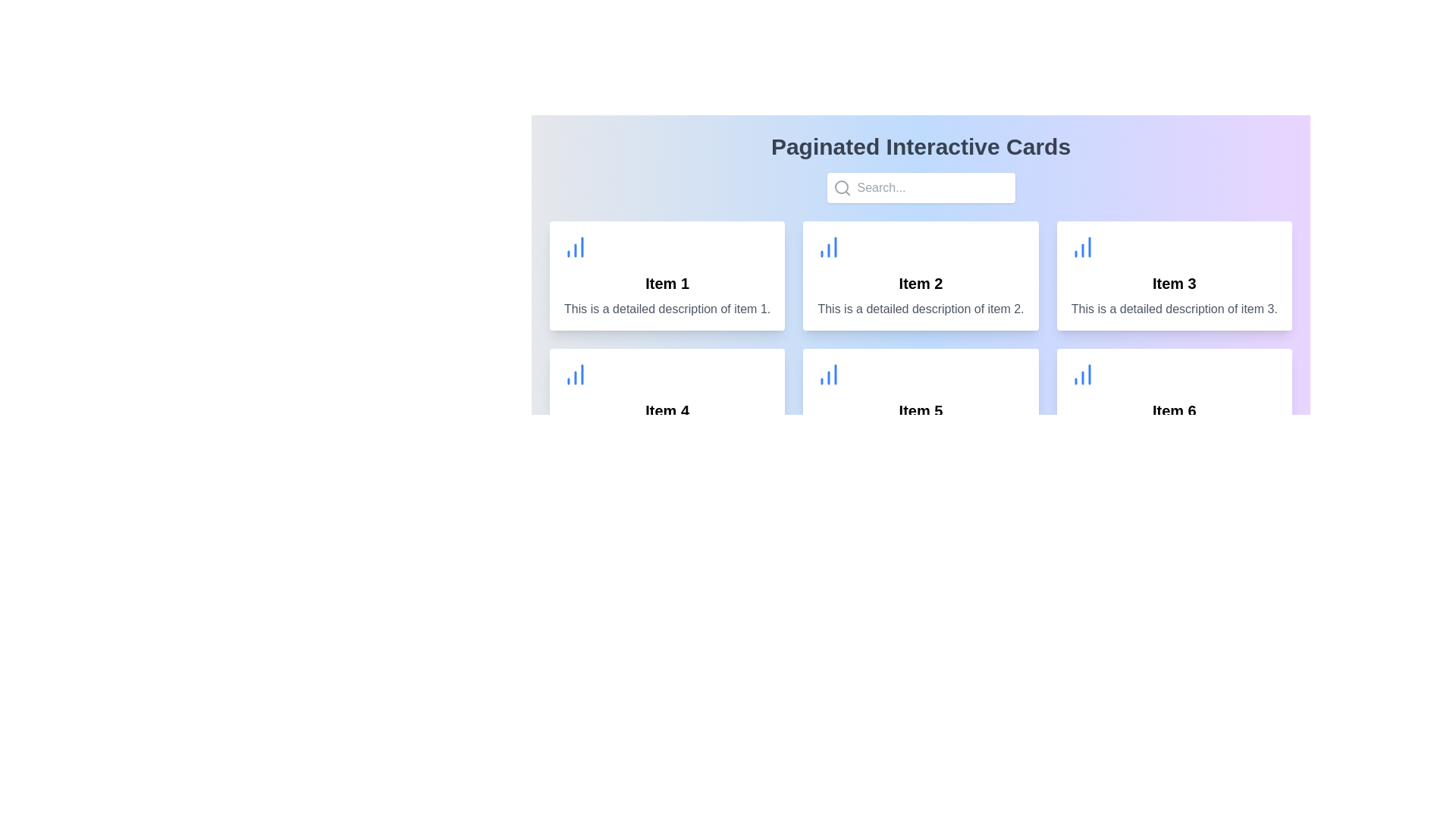 The height and width of the screenshot is (819, 1456). Describe the element at coordinates (574, 246) in the screenshot. I see `the column chart icon, which is a blue icon with three vertical bars located at the top-left corner of the card titled 'Item 1'` at that location.